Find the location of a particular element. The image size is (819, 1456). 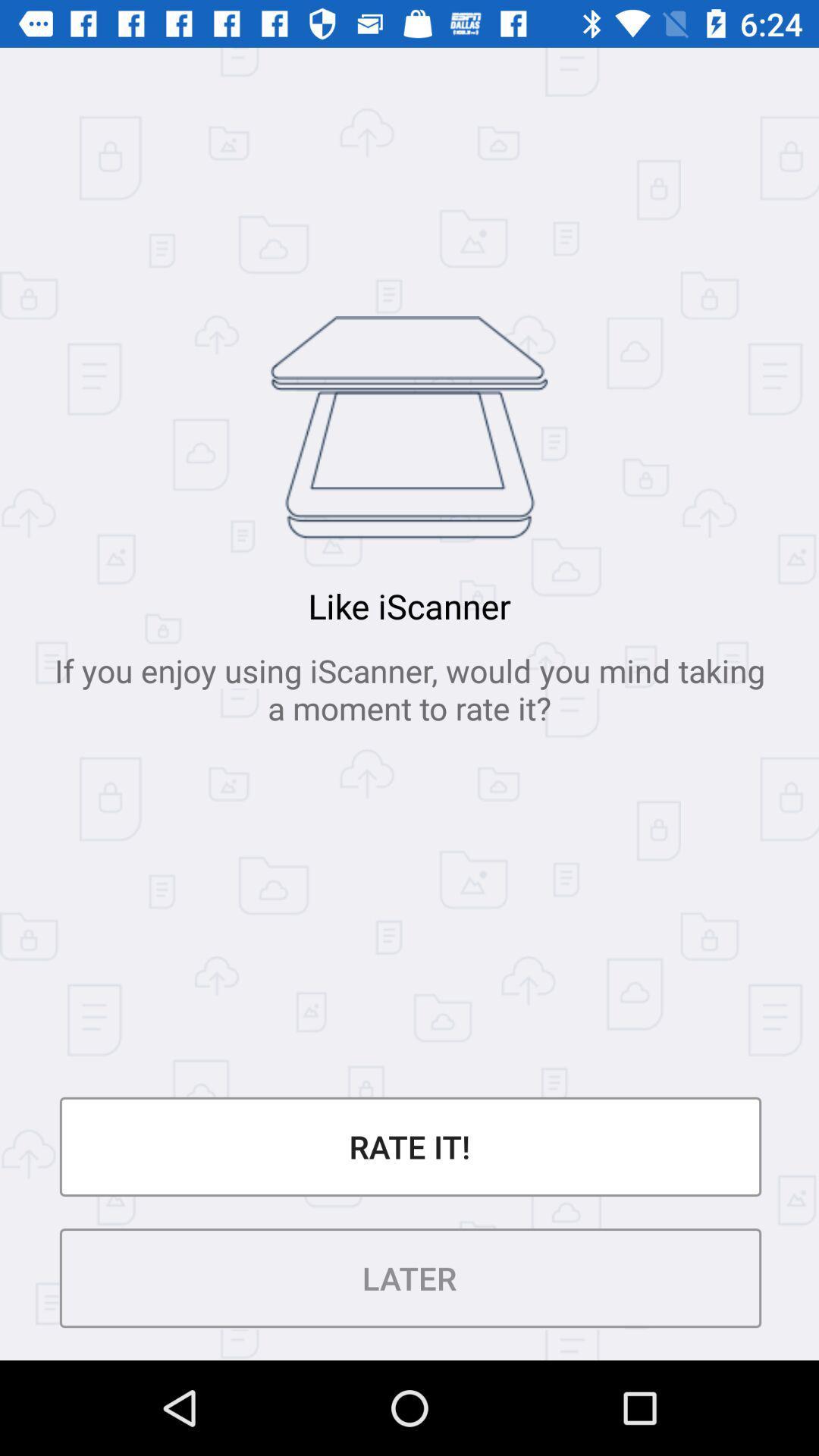

later is located at coordinates (409, 1277).